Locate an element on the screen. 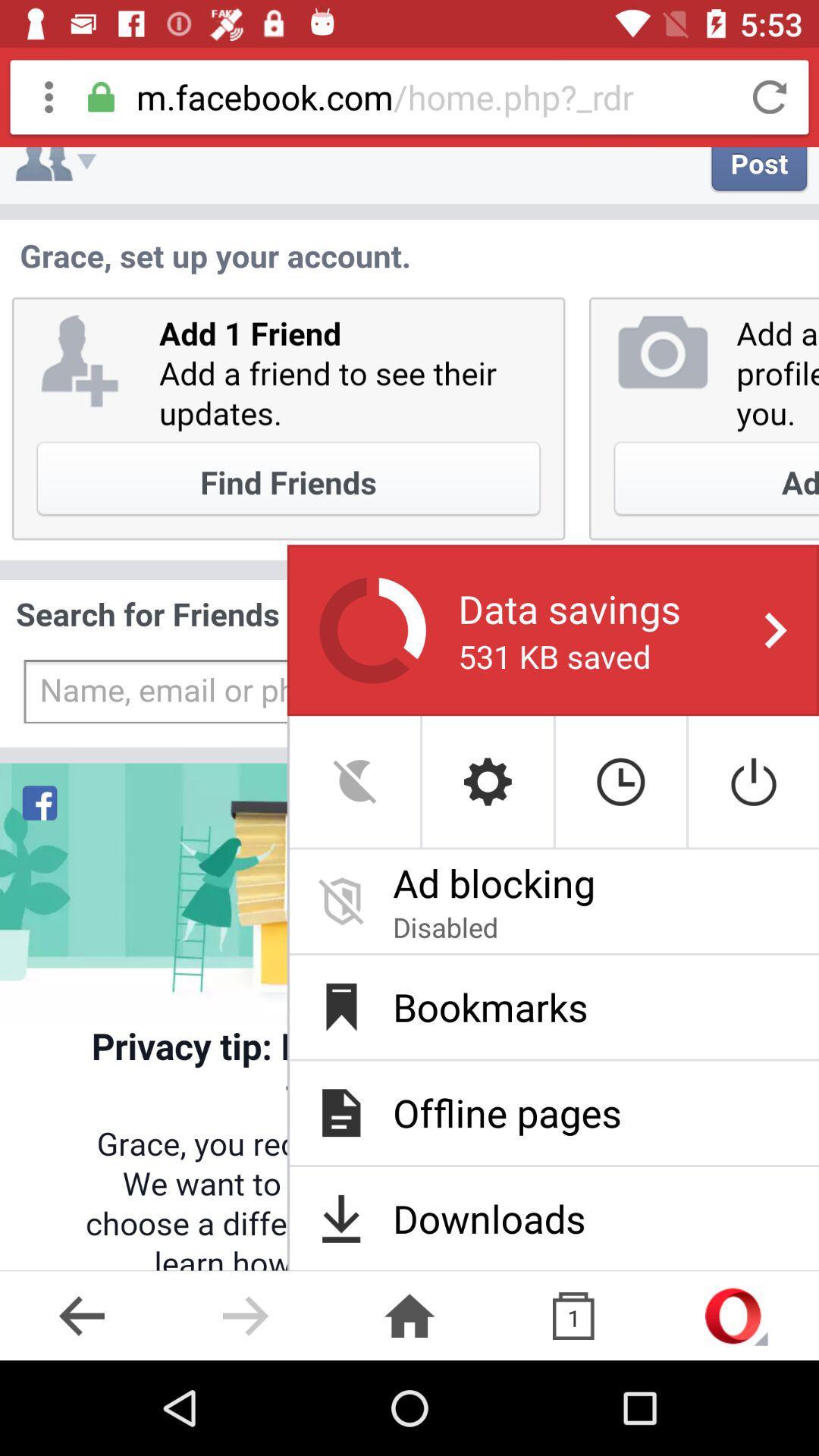 Image resolution: width=819 pixels, height=1456 pixels. the home icon is located at coordinates (409, 1315).